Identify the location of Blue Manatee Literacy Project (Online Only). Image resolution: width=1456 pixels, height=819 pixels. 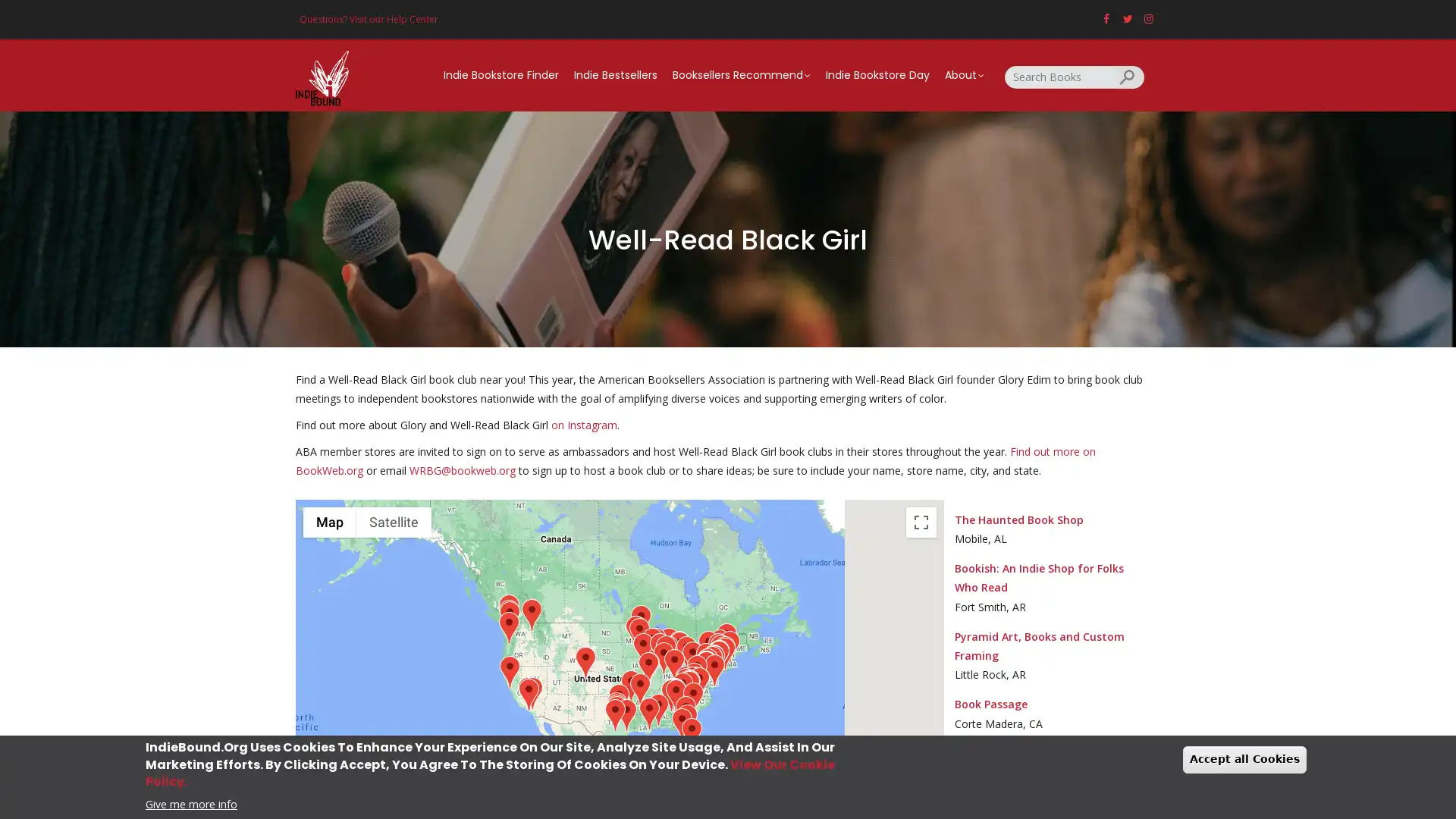
(673, 664).